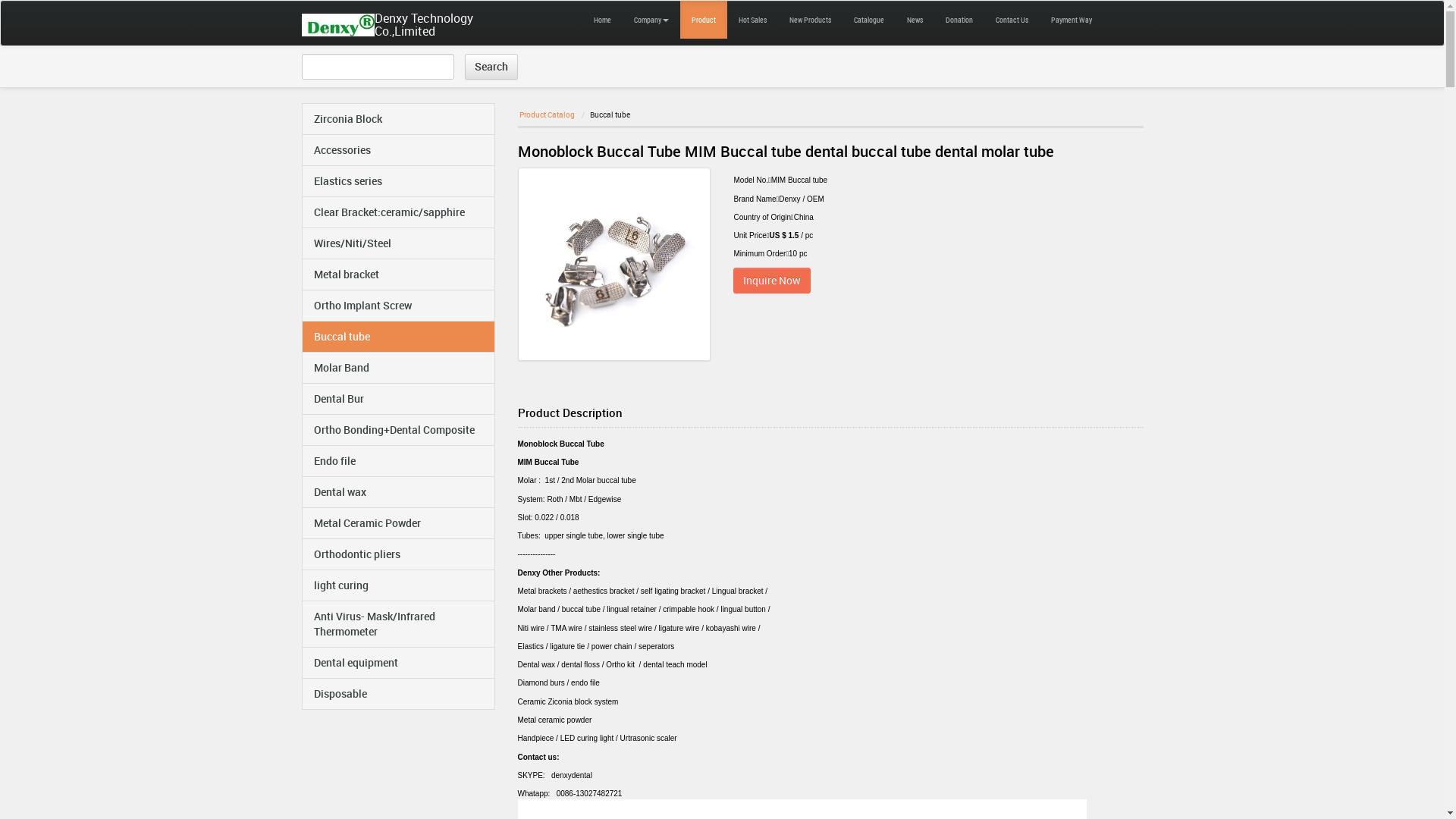 This screenshot has width=1456, height=819. What do you see at coordinates (397, 242) in the screenshot?
I see `'Wires/Niti/Steel'` at bounding box center [397, 242].